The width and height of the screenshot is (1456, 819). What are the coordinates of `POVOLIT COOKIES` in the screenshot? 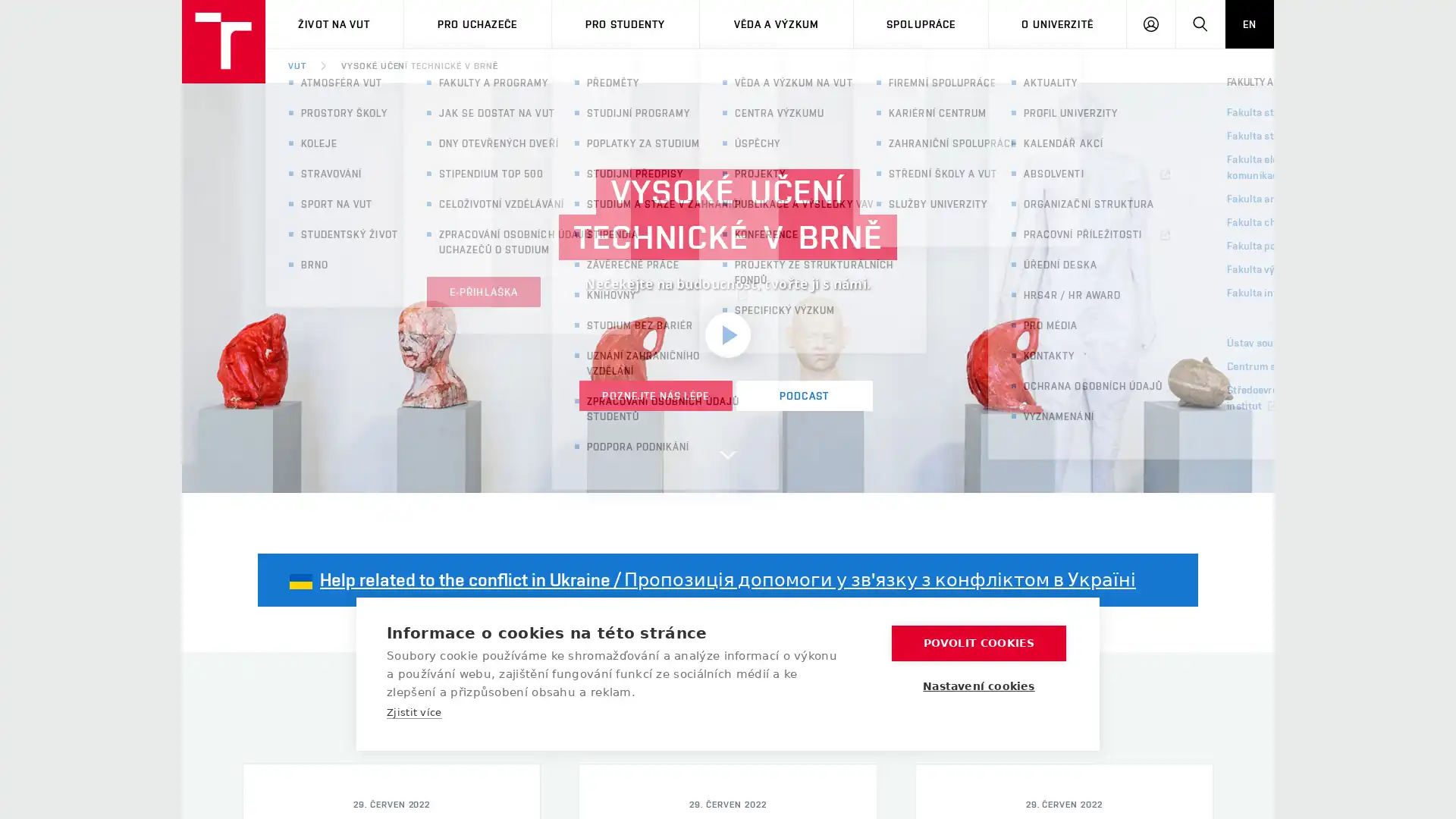 It's located at (979, 643).